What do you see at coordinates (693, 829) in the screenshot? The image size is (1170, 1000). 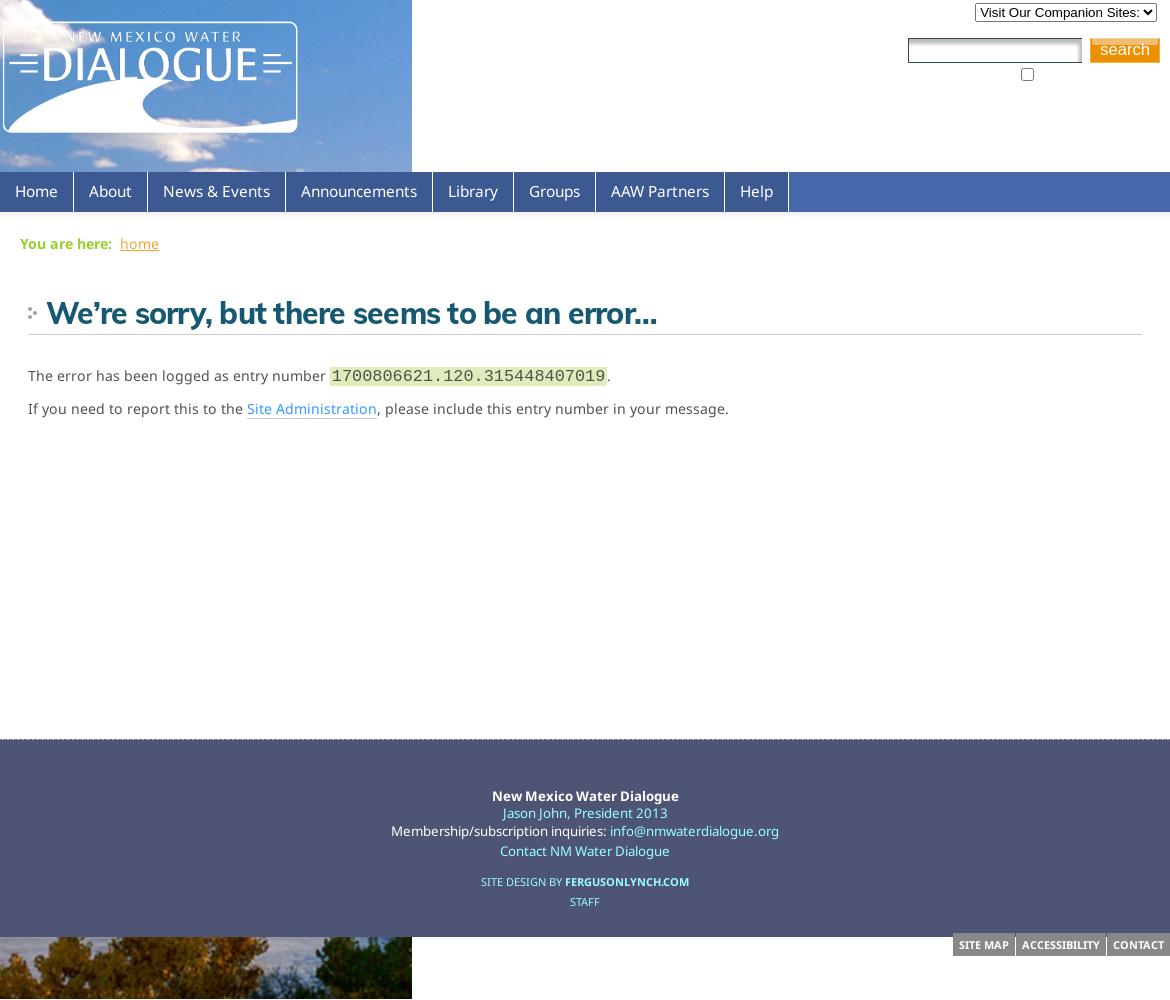 I see `'info@nmwaterdialogue.org'` at bounding box center [693, 829].